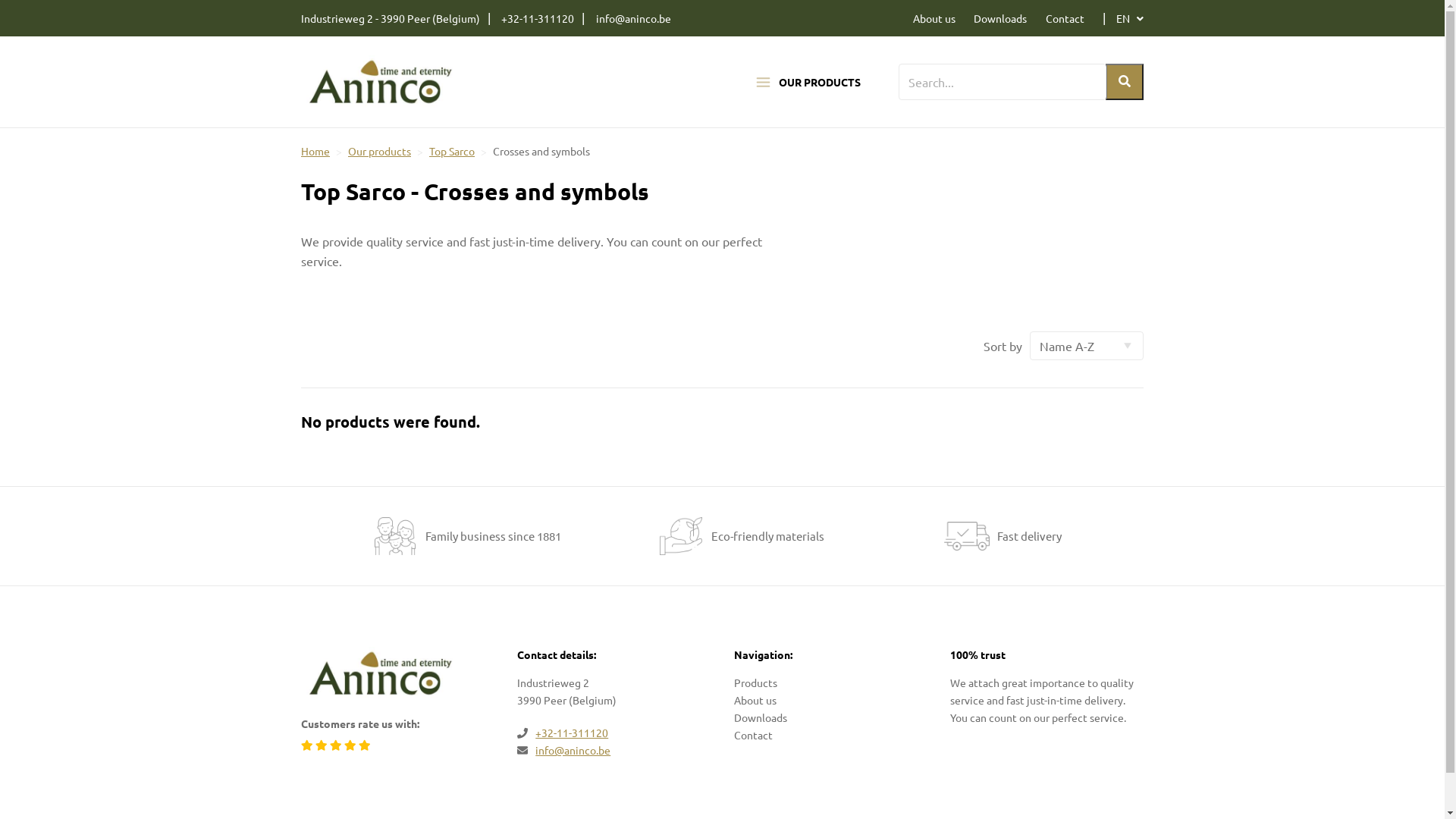 This screenshot has height=819, width=1456. What do you see at coordinates (570, 731) in the screenshot?
I see `'+32-11-311120'` at bounding box center [570, 731].